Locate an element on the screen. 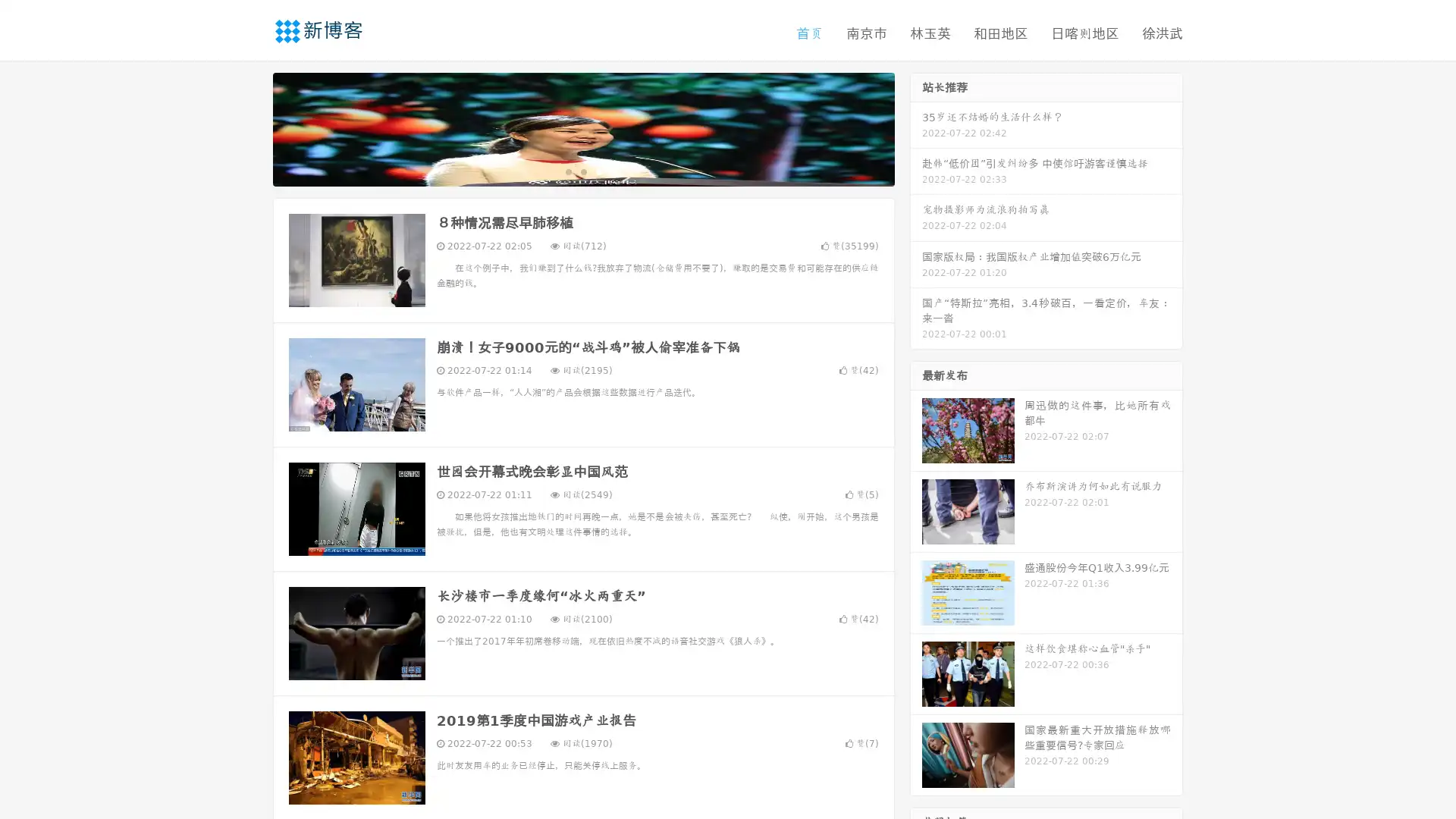  Previous slide is located at coordinates (250, 127).